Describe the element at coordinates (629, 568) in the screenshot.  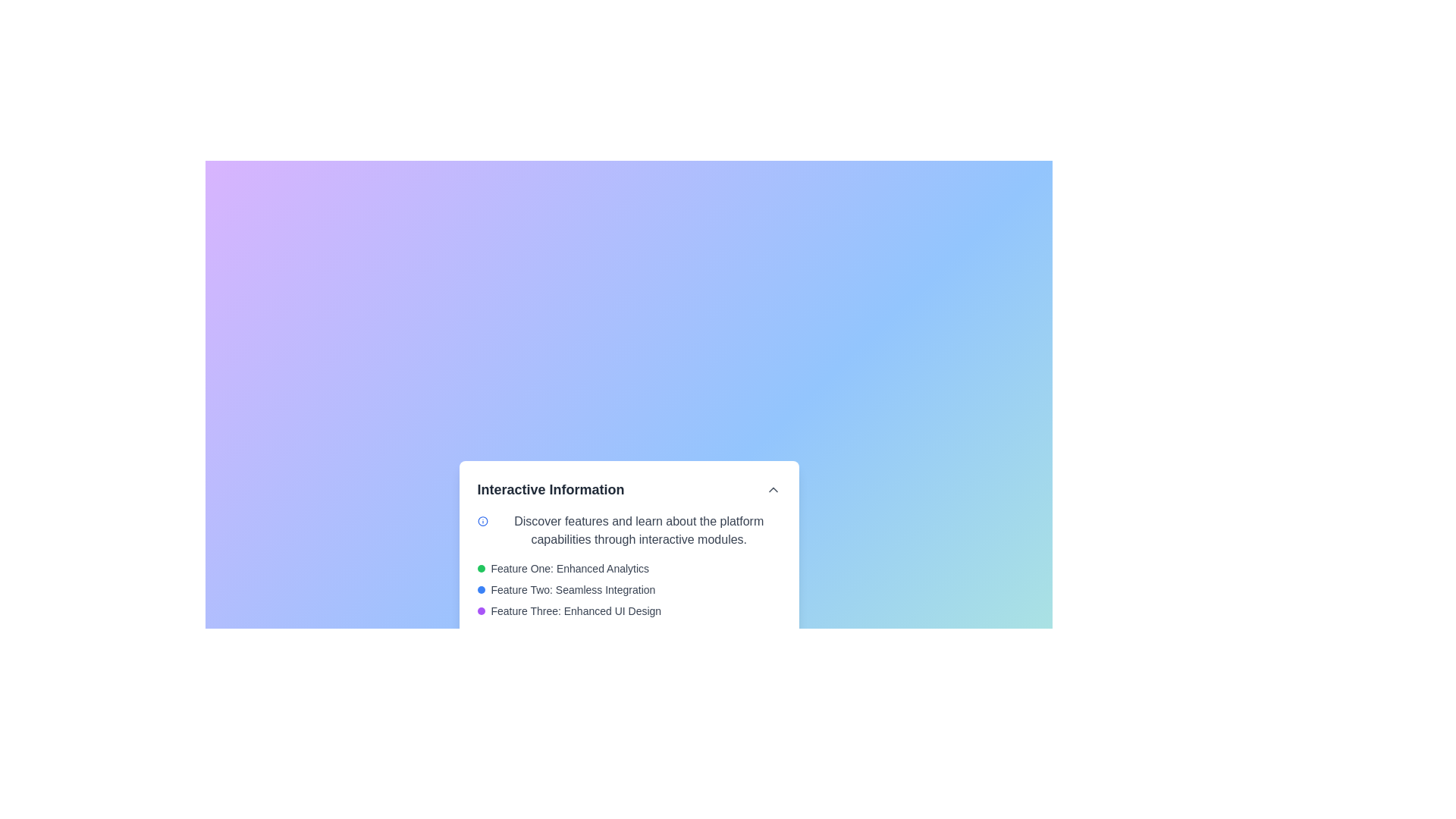
I see `the label for 'Enhanced Analytics', which is the first item in the vertical list of features located below the 'Interactive Information' title and description` at that location.